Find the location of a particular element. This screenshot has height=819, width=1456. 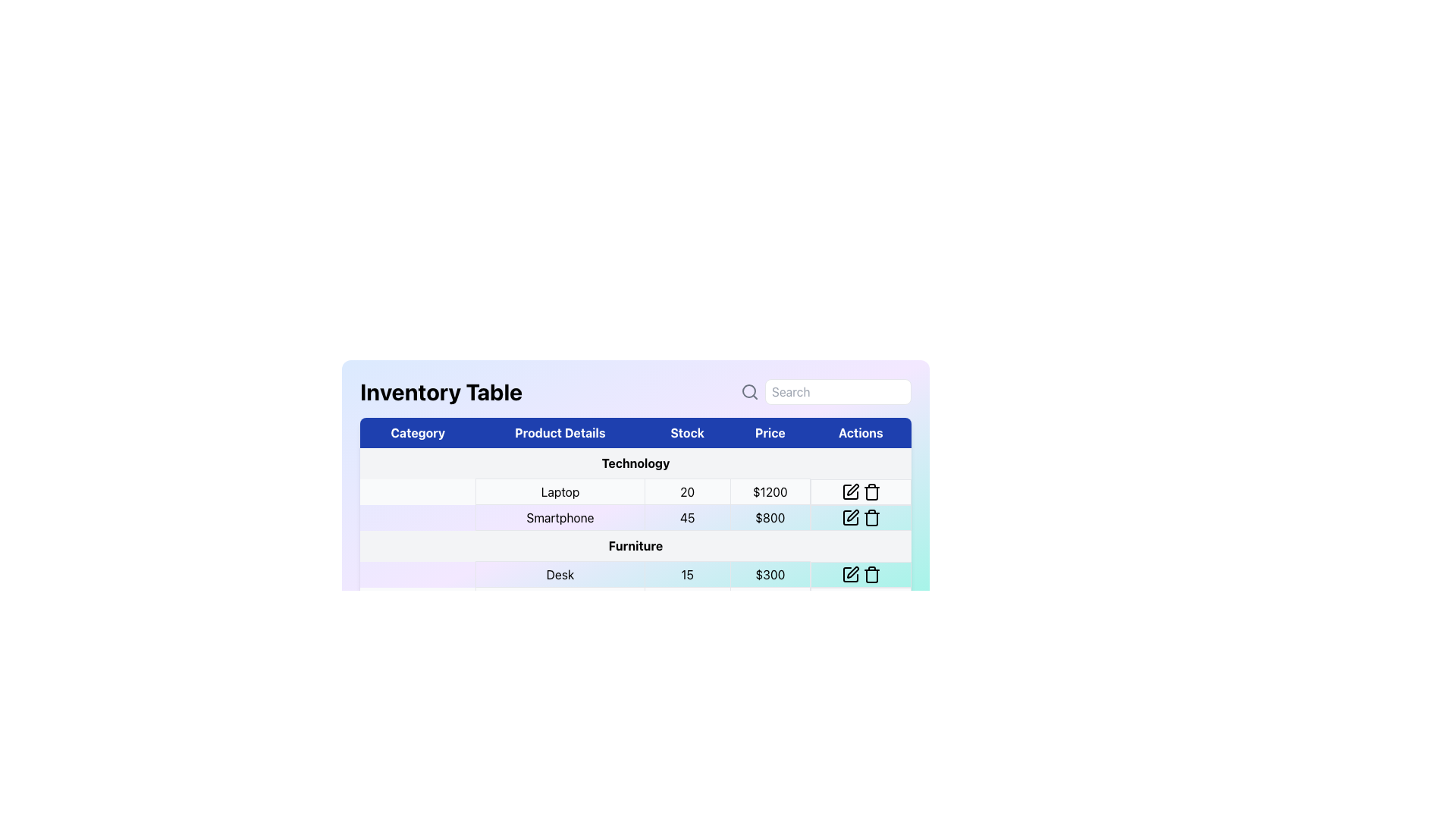

the price label displaying '$1200' in the 'Price' column of the table for the product 'Laptop' is located at coordinates (770, 491).